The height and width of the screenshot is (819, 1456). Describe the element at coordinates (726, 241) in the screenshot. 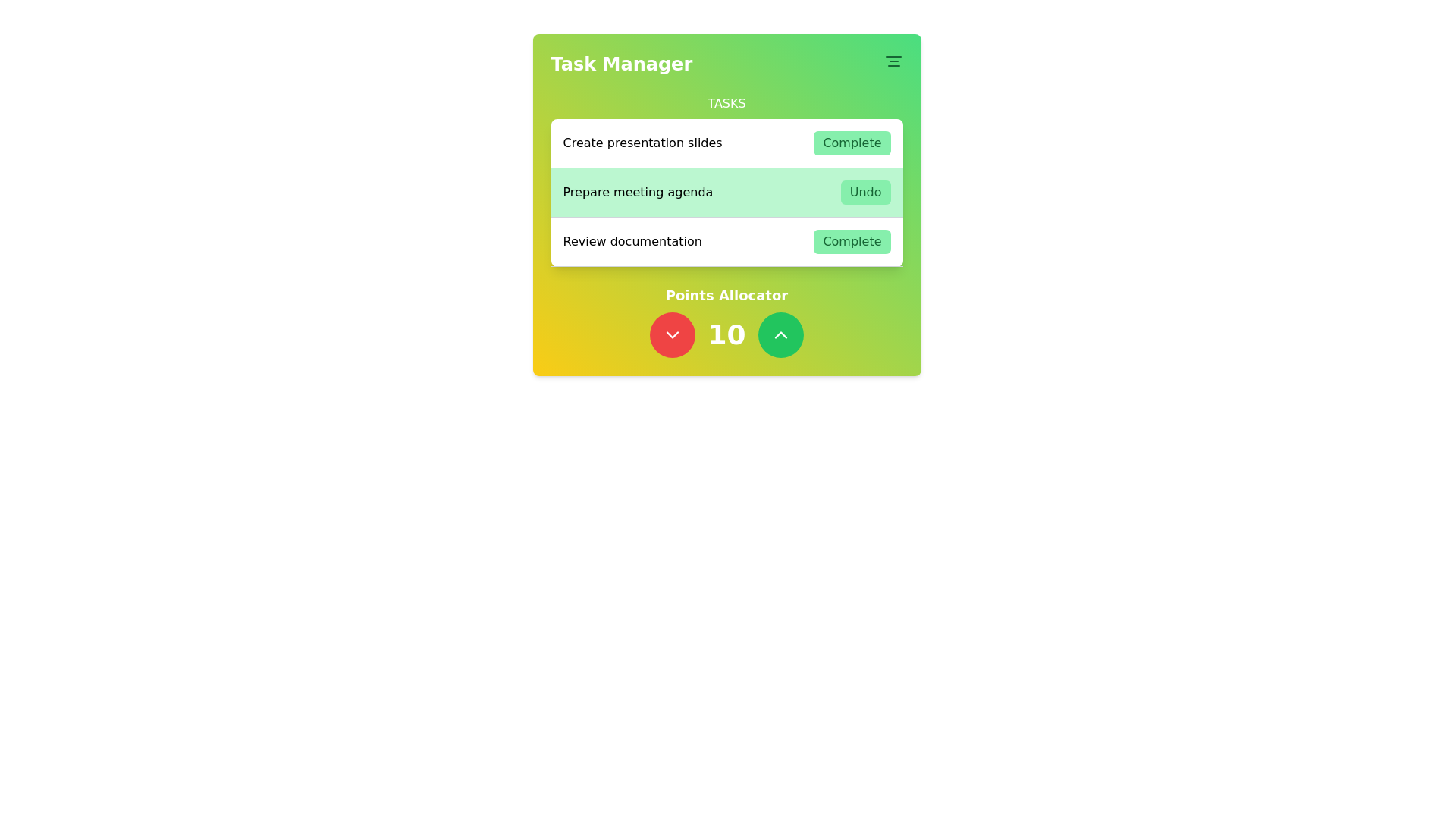

I see `the 'Complete' button with rounded edges and light green background in the third task row labeled 'Review documentation' to mark the task as completed` at that location.